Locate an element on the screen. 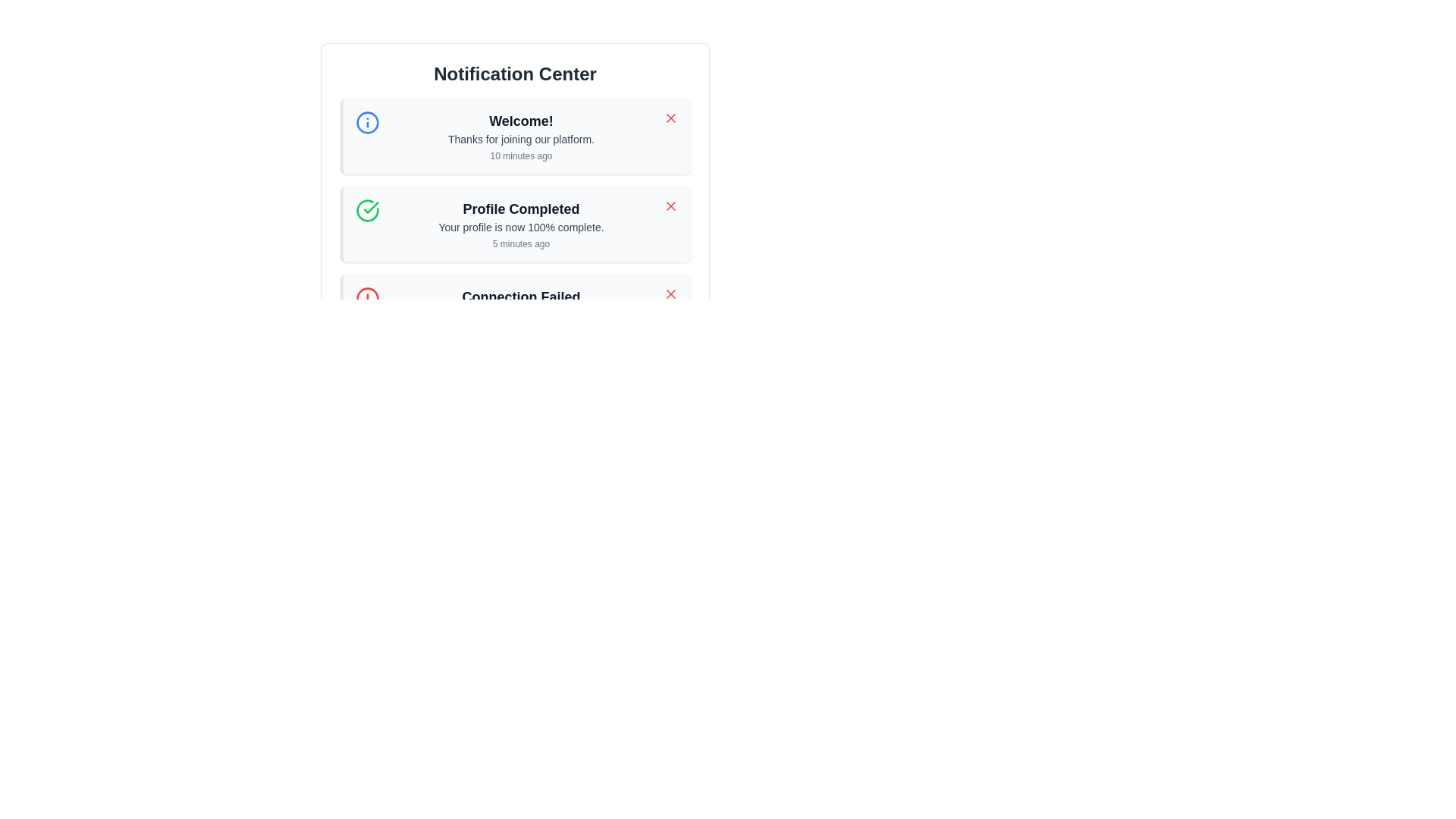  the textual notification entry that informs the user about a failed connection attempt, which is the last visible item in the notification list is located at coordinates (521, 312).